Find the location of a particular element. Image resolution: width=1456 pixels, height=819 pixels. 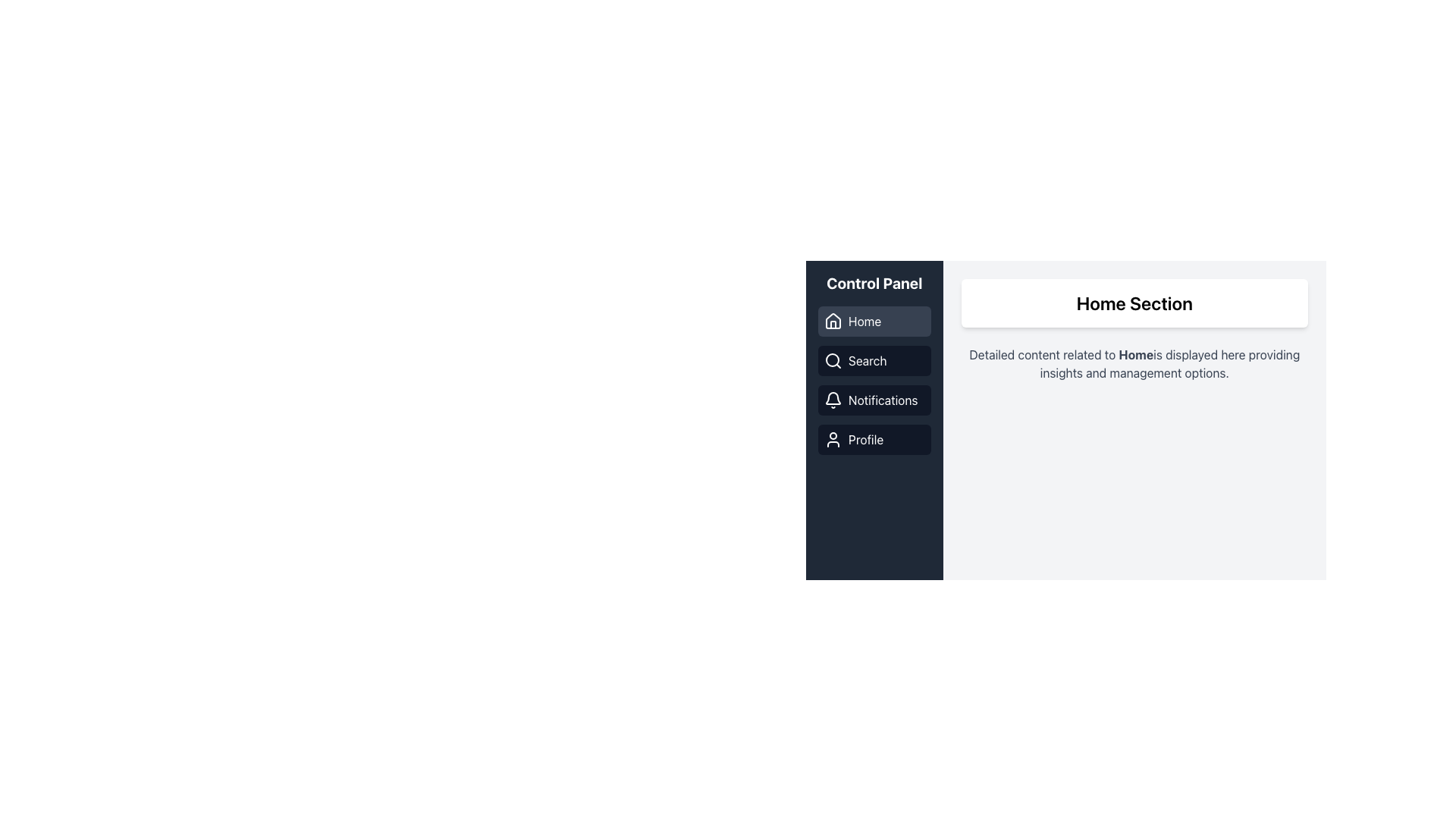

the 'Profile' button in the vertical navigation sidebar that features a user silhouette icon and a dark background is located at coordinates (874, 439).